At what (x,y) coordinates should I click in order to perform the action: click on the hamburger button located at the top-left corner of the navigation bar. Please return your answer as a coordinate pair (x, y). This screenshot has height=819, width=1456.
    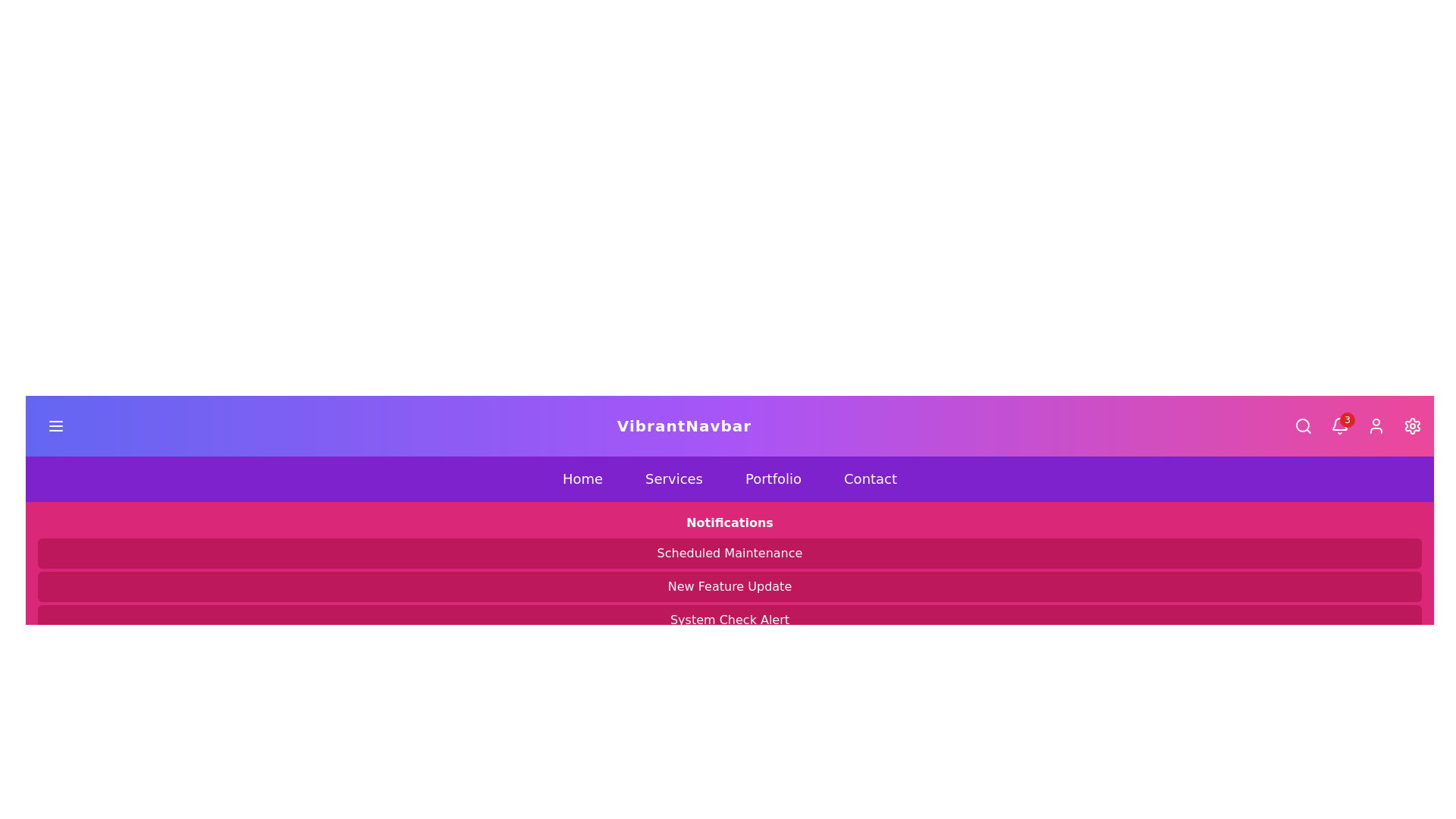
    Looking at the image, I should click on (55, 426).